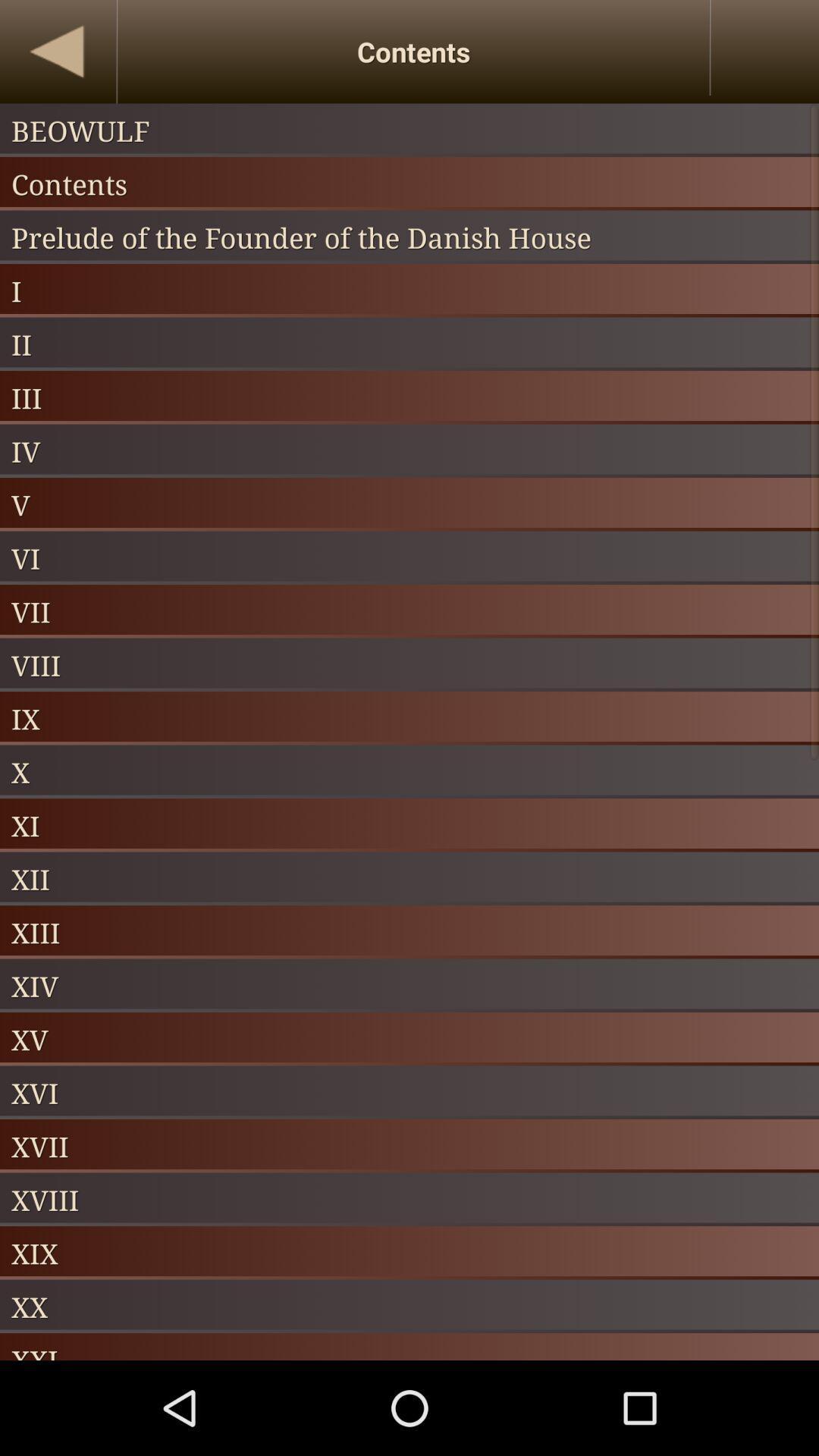 This screenshot has width=819, height=1456. What do you see at coordinates (409, 1093) in the screenshot?
I see `item above xvii` at bounding box center [409, 1093].